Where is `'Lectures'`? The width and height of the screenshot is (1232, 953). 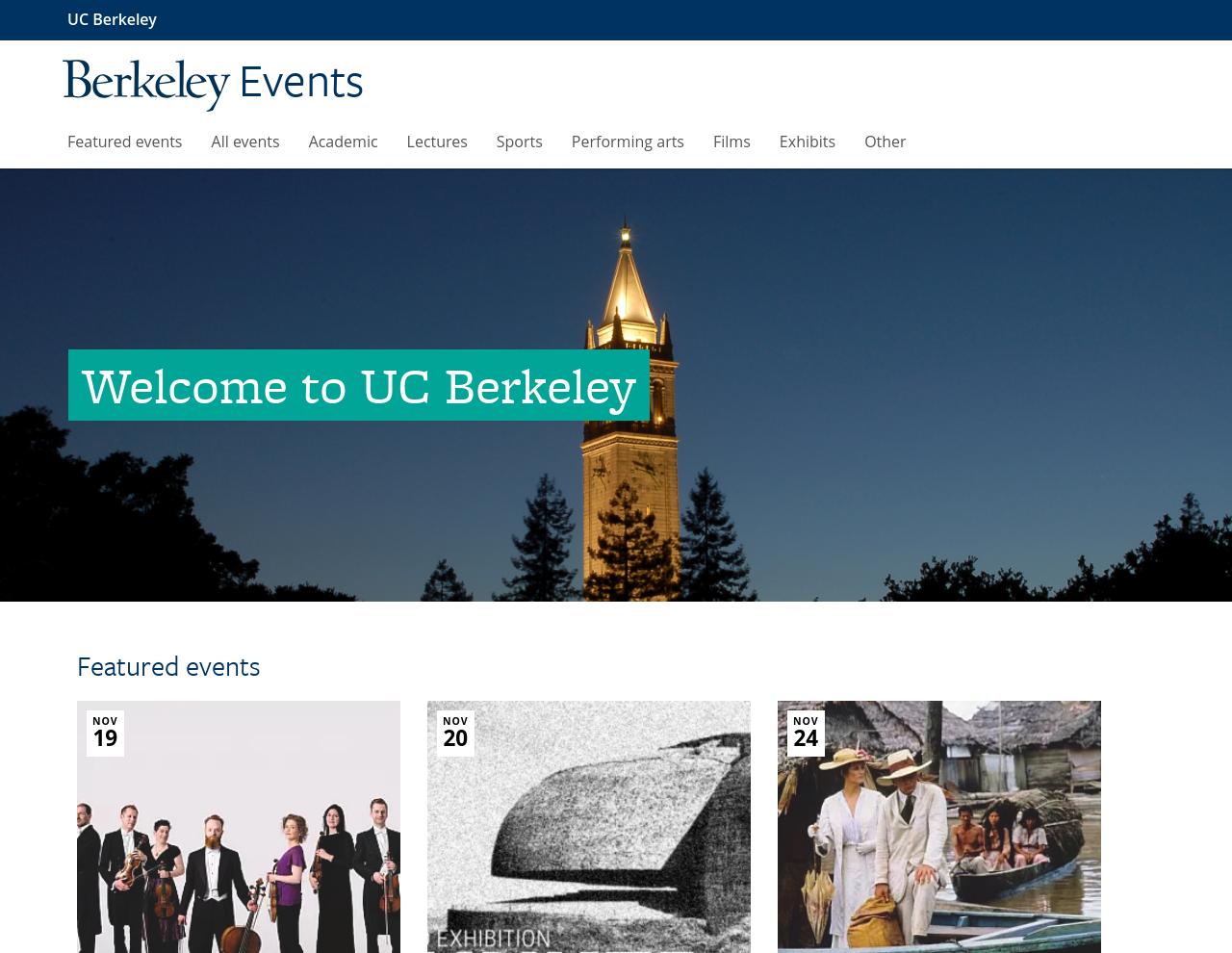
'Lectures' is located at coordinates (435, 140).